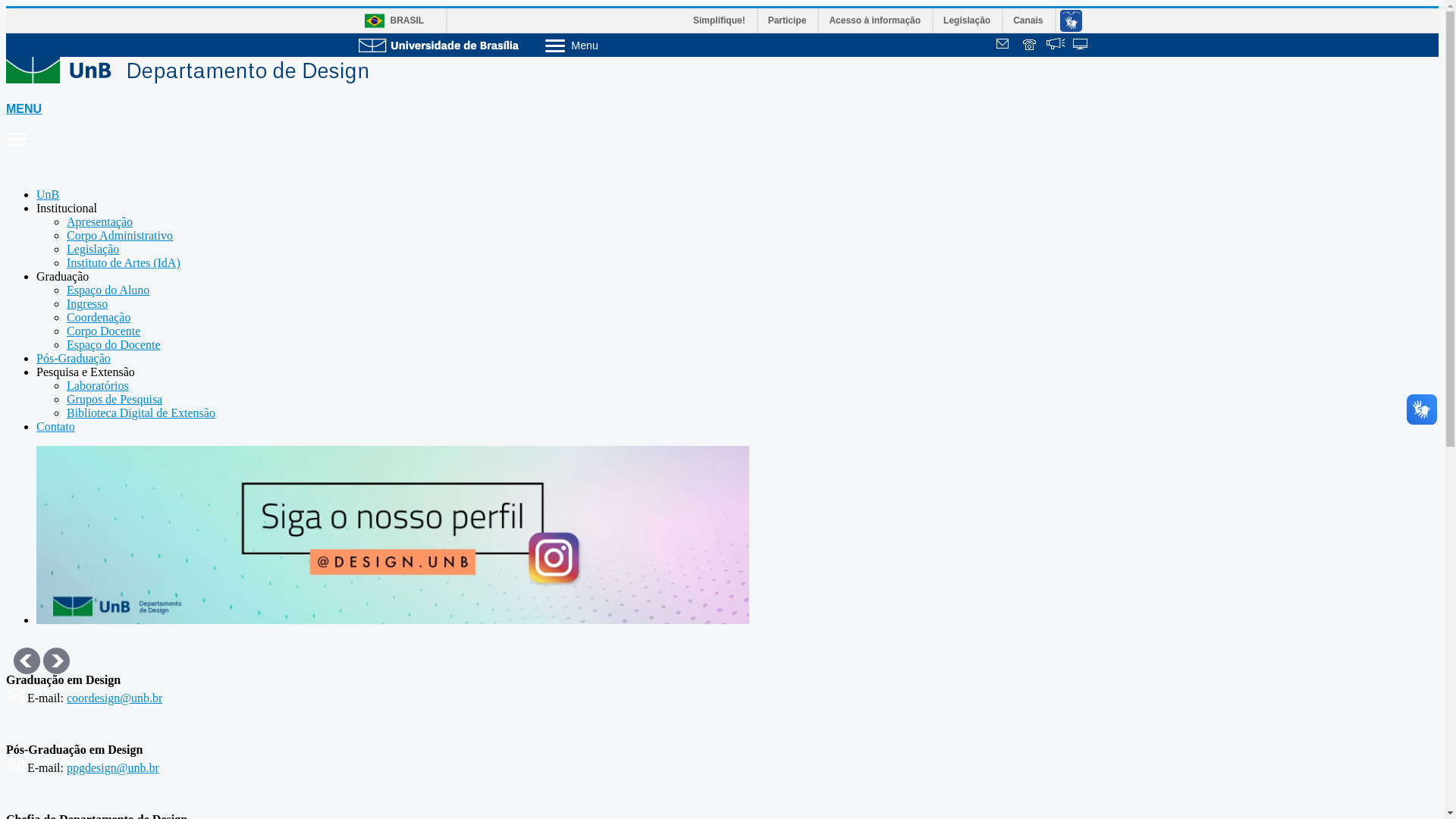  Describe the element at coordinates (610, 43) in the screenshot. I see `'Menu'` at that location.